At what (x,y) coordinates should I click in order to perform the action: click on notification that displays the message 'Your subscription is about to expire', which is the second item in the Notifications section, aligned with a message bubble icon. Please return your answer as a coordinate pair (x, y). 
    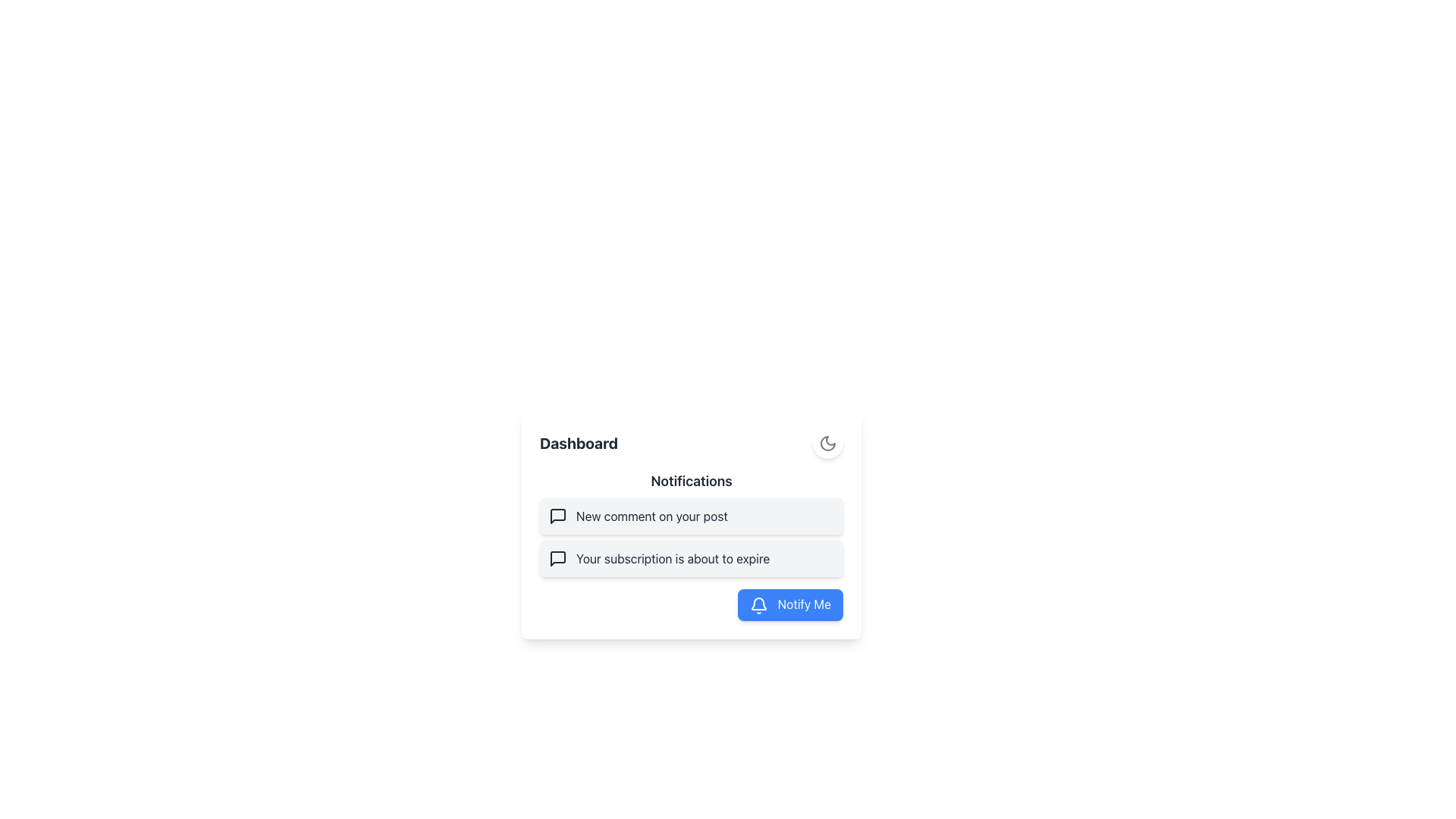
    Looking at the image, I should click on (672, 558).